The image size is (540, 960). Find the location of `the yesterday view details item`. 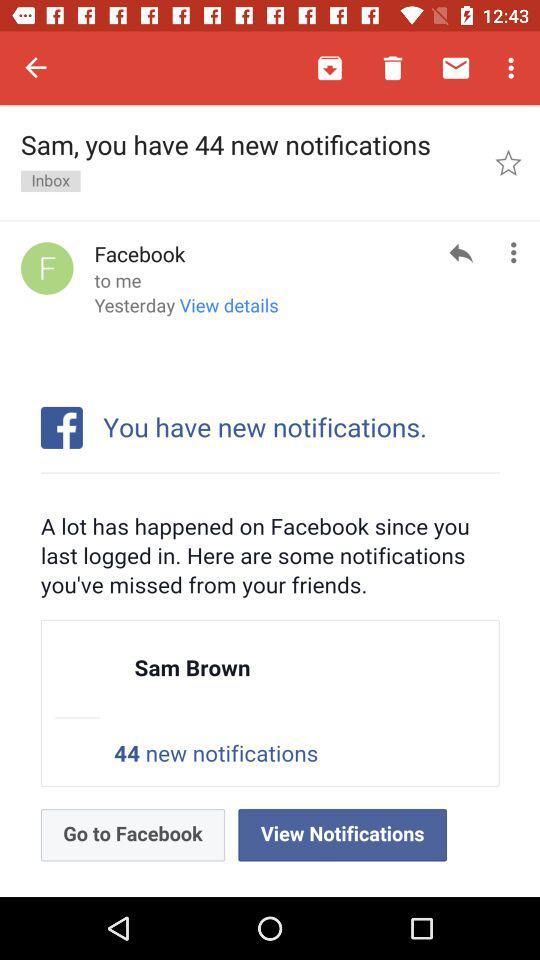

the yesterday view details item is located at coordinates (186, 313).